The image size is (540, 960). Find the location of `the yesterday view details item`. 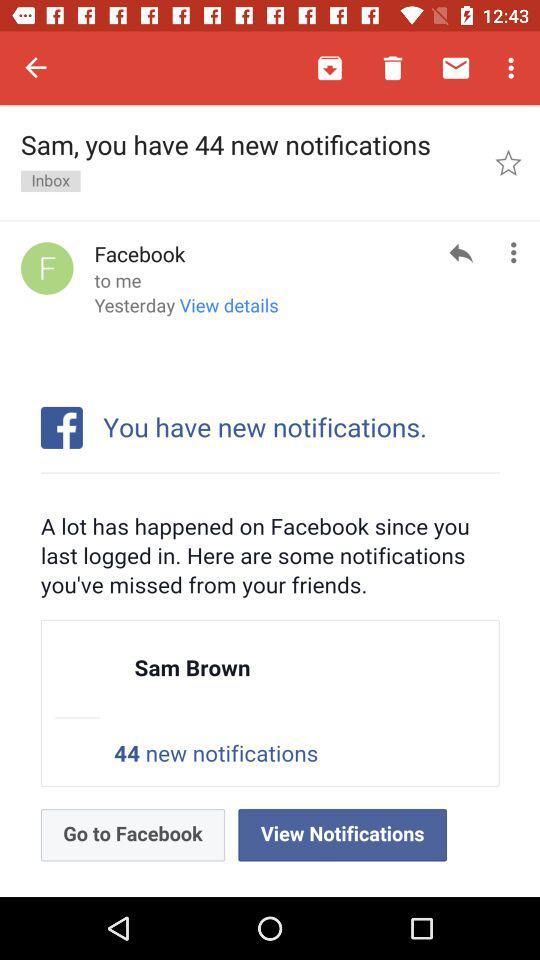

the yesterday view details item is located at coordinates (186, 313).